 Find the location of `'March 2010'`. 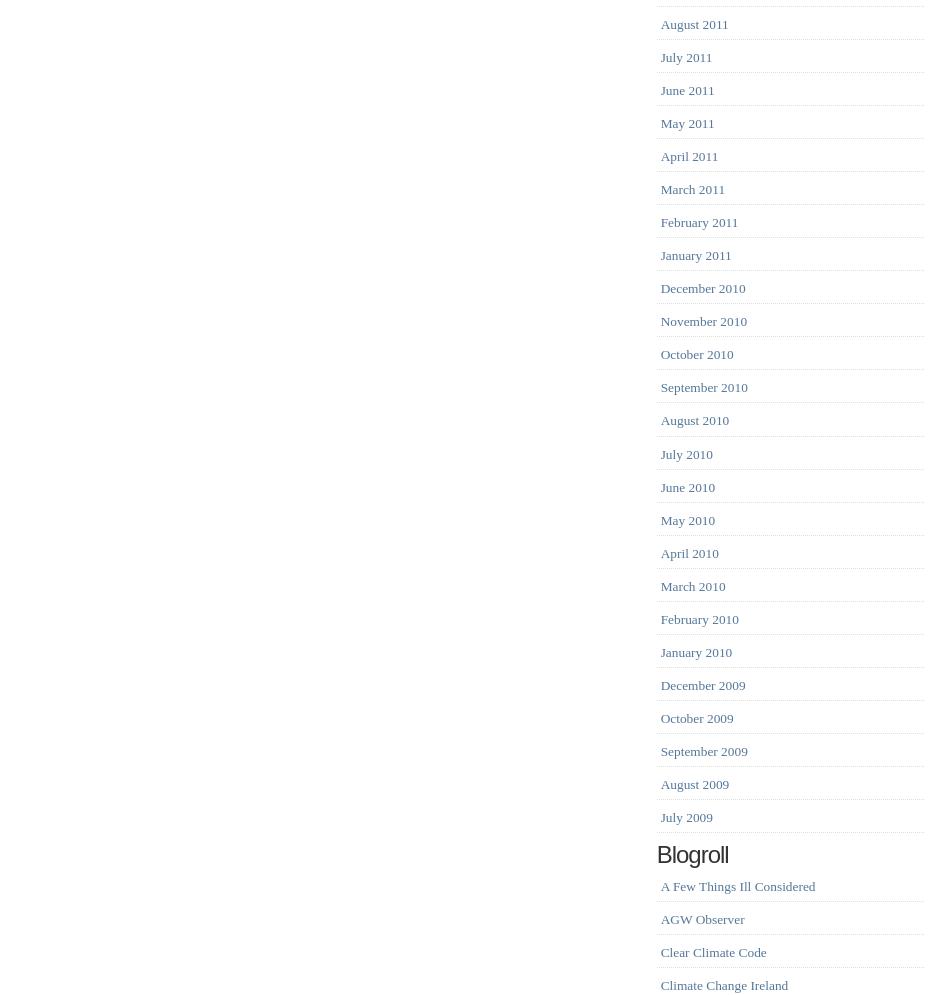

'March 2010' is located at coordinates (660, 584).